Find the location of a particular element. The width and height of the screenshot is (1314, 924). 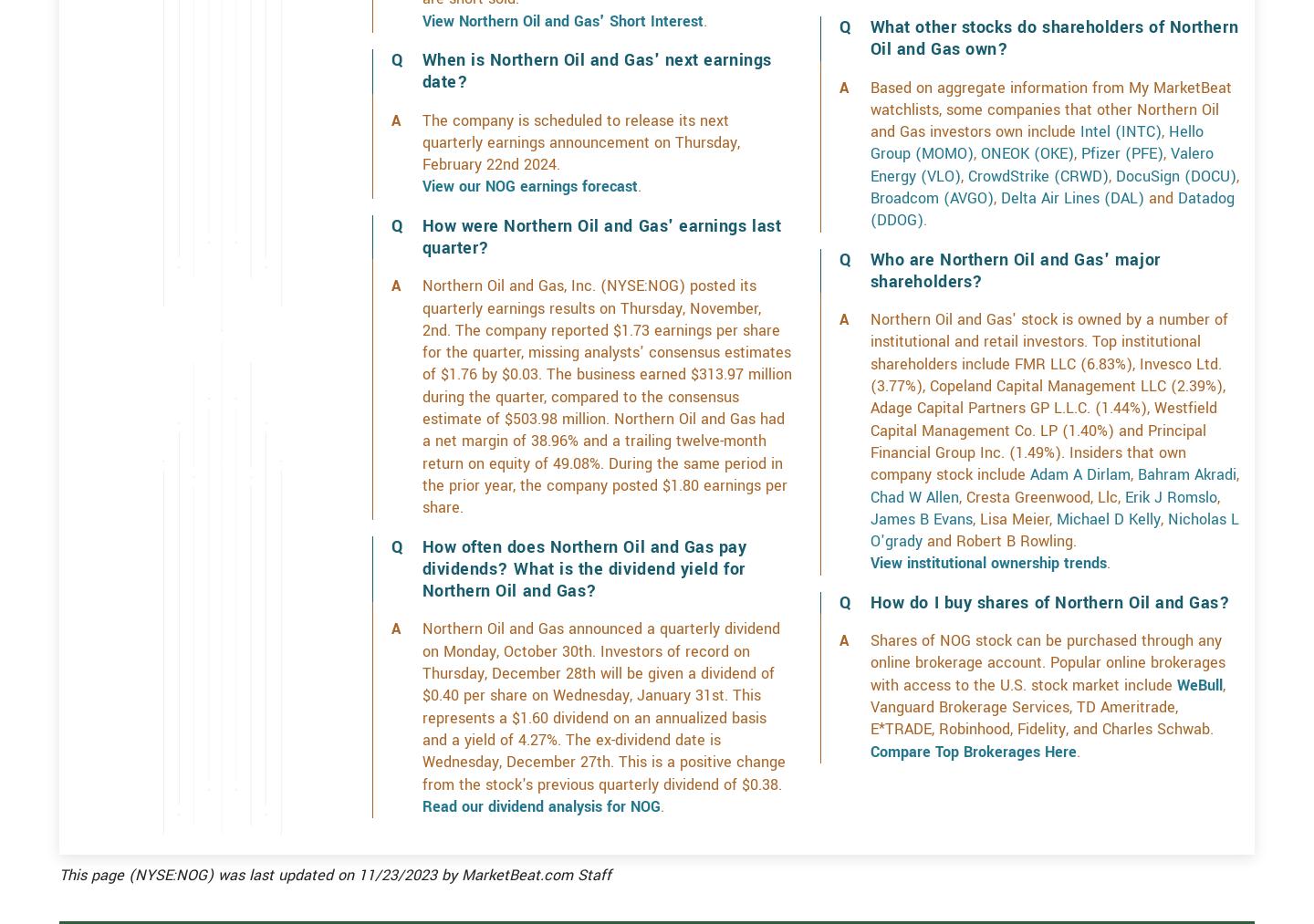

'Erik J Romslo' is located at coordinates (1123, 561).